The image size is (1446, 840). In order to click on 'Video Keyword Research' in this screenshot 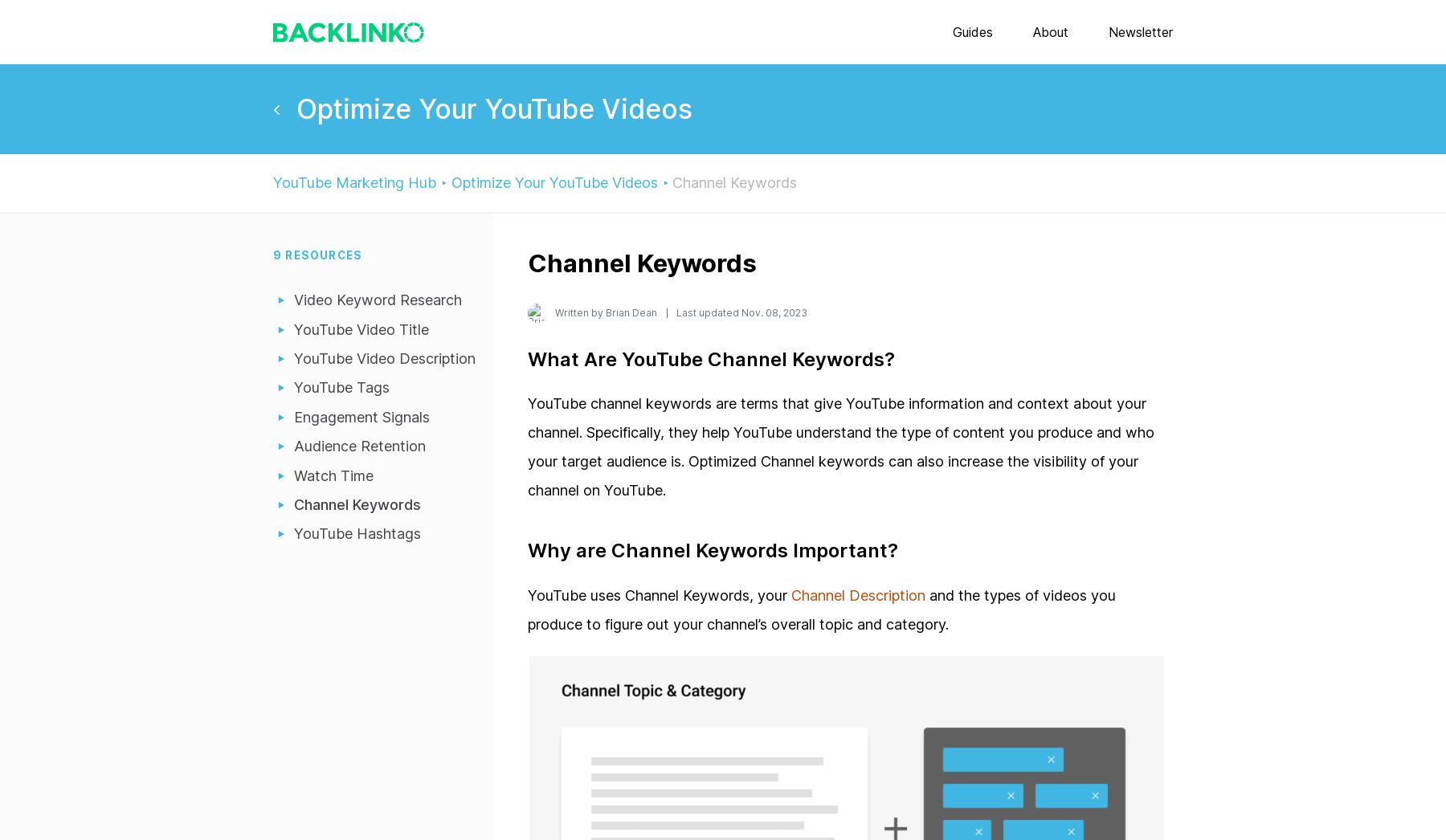, I will do `click(377, 300)`.